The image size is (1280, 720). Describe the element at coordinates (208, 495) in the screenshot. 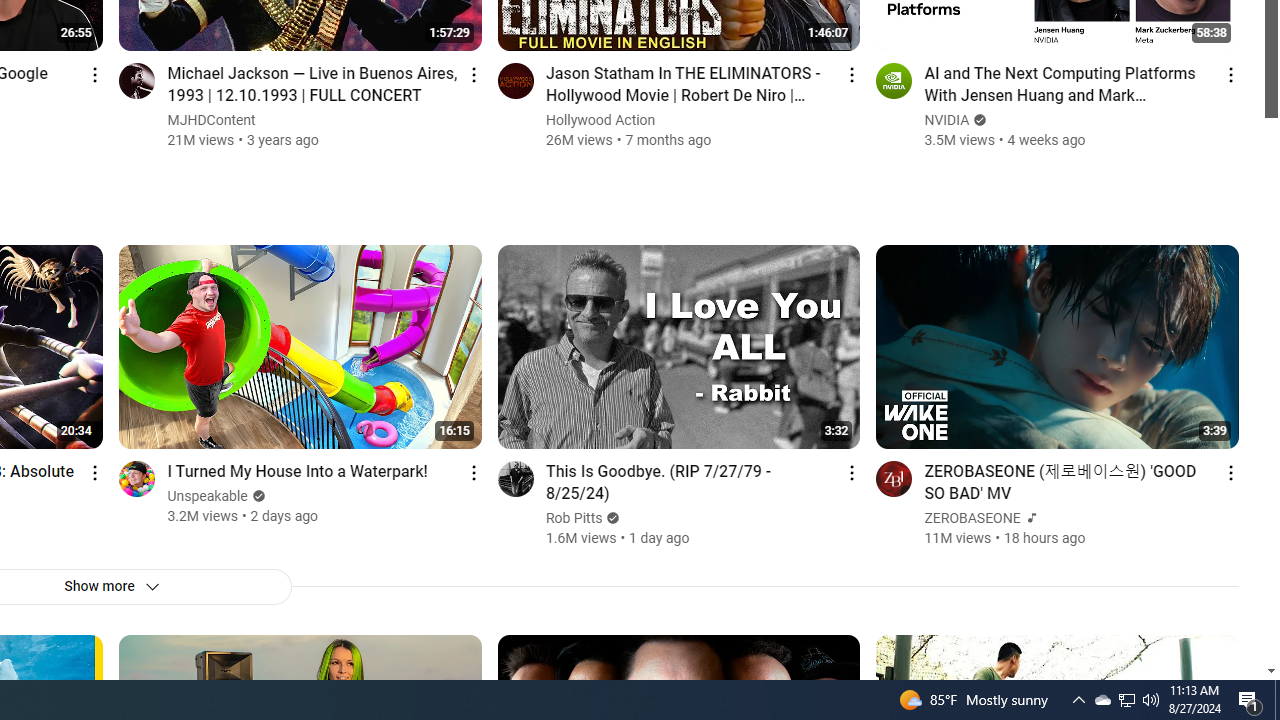

I see `'Unspeakable'` at that location.